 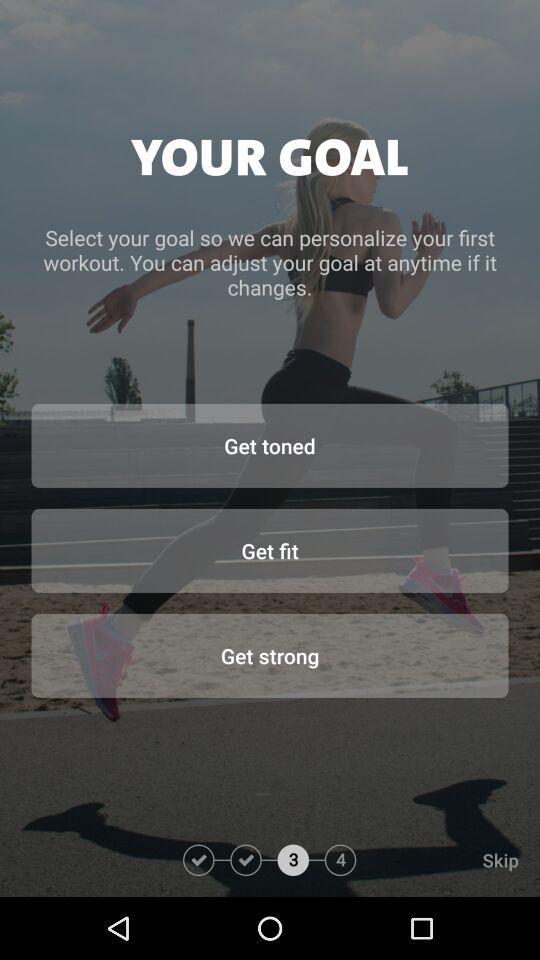 What do you see at coordinates (270, 550) in the screenshot?
I see `the get fit icon` at bounding box center [270, 550].